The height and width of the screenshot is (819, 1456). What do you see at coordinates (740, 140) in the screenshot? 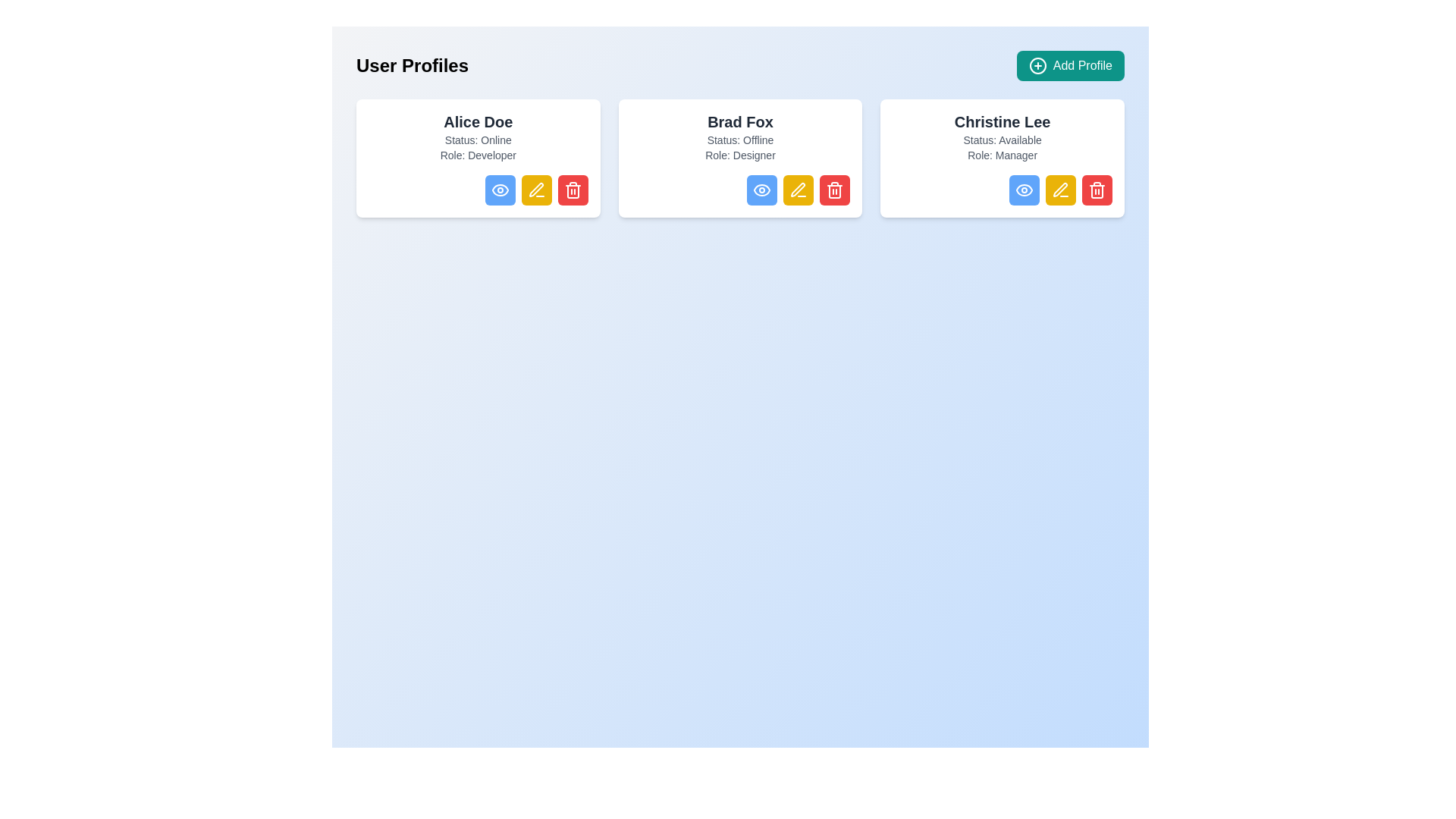
I see `the text label displaying 'Status: Offline' located in the second user profile card for 'Brad Fox', positioned between the user's name and their role` at bounding box center [740, 140].